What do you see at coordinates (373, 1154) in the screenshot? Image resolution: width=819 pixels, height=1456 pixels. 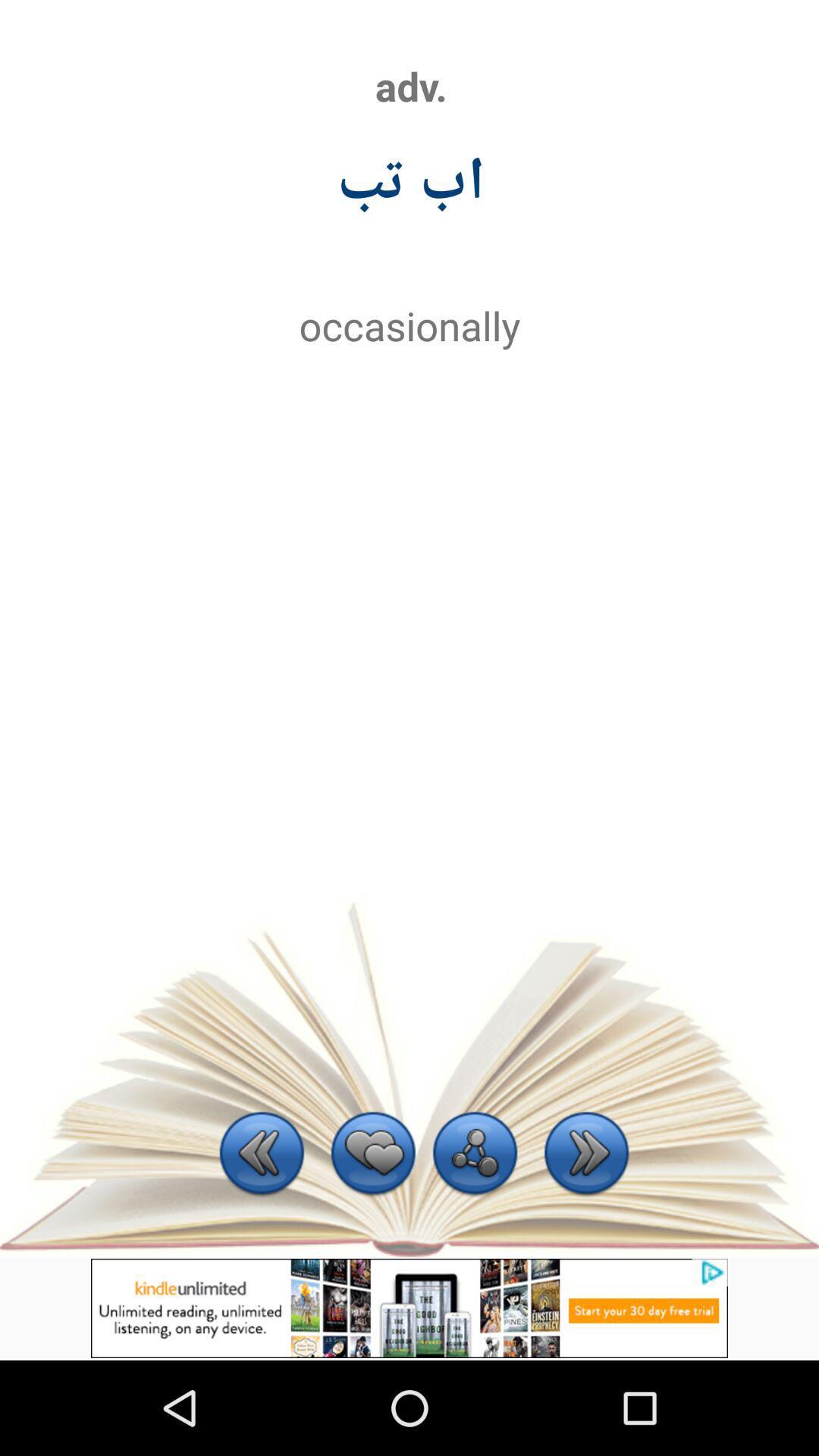 I see `to favorites` at bounding box center [373, 1154].